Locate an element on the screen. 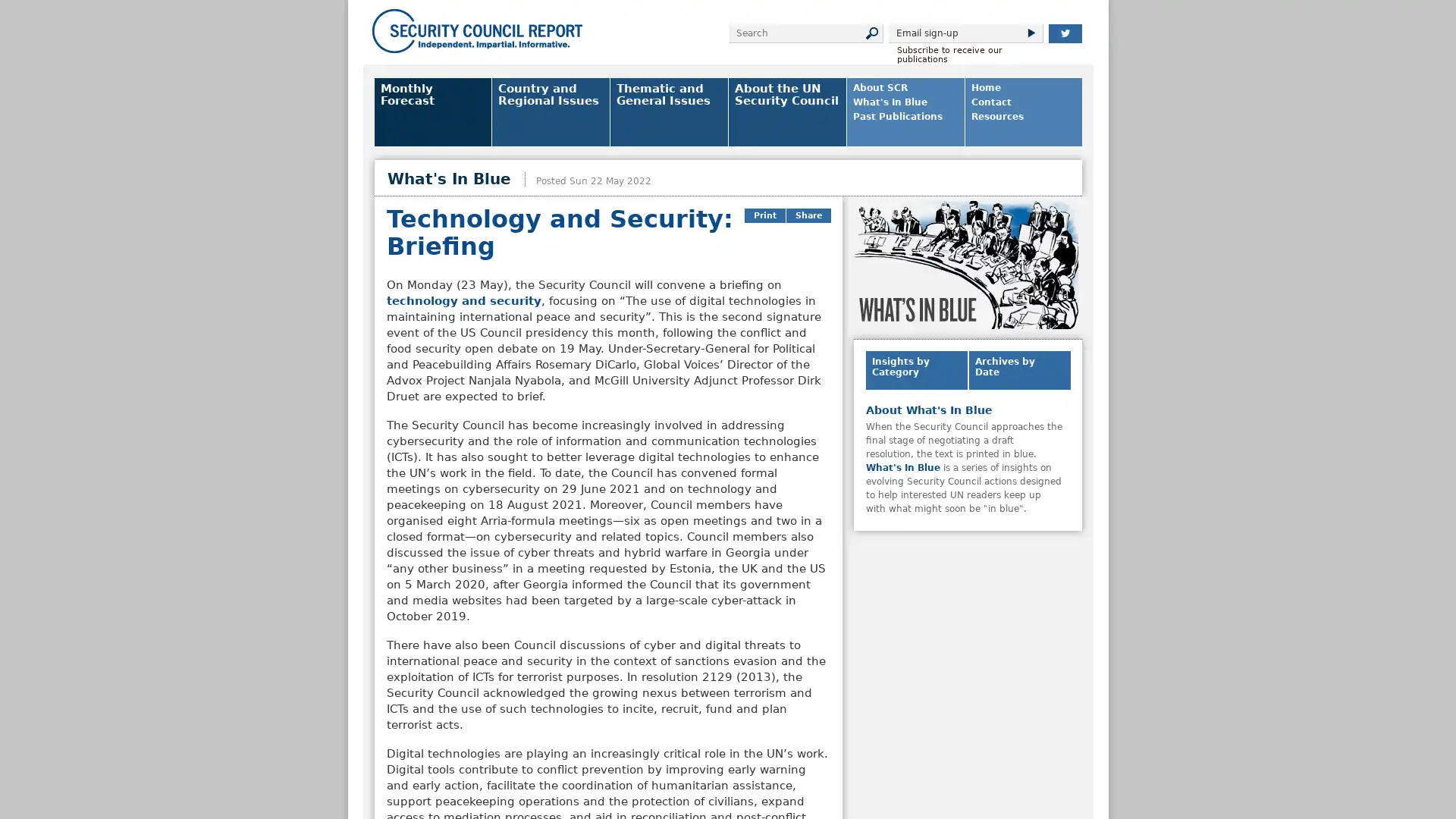 Image resolution: width=1456 pixels, height=819 pixels. Submit is located at coordinates (1030, 33).